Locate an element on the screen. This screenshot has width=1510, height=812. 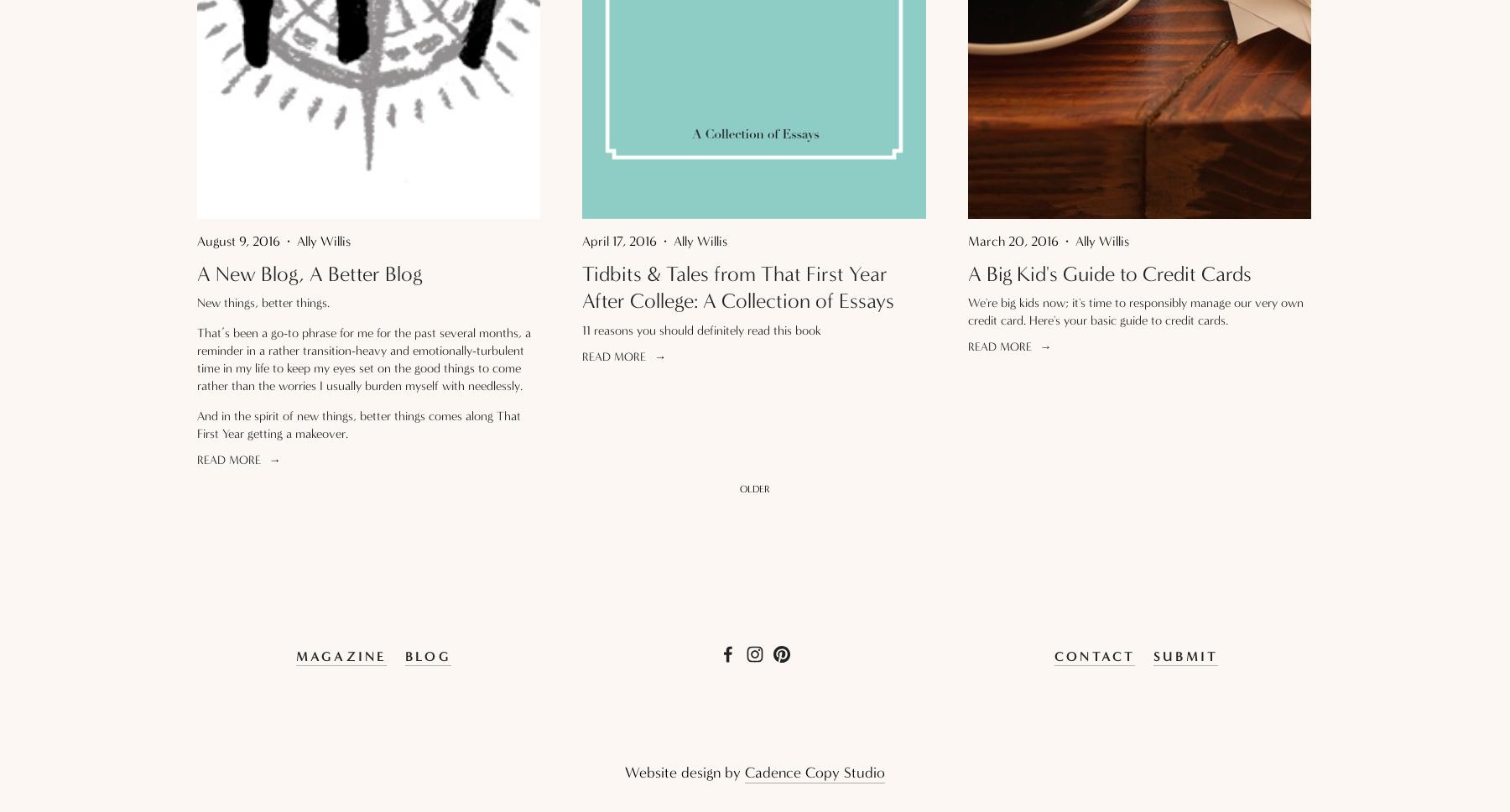
'April 17, 2016' is located at coordinates (618, 239).